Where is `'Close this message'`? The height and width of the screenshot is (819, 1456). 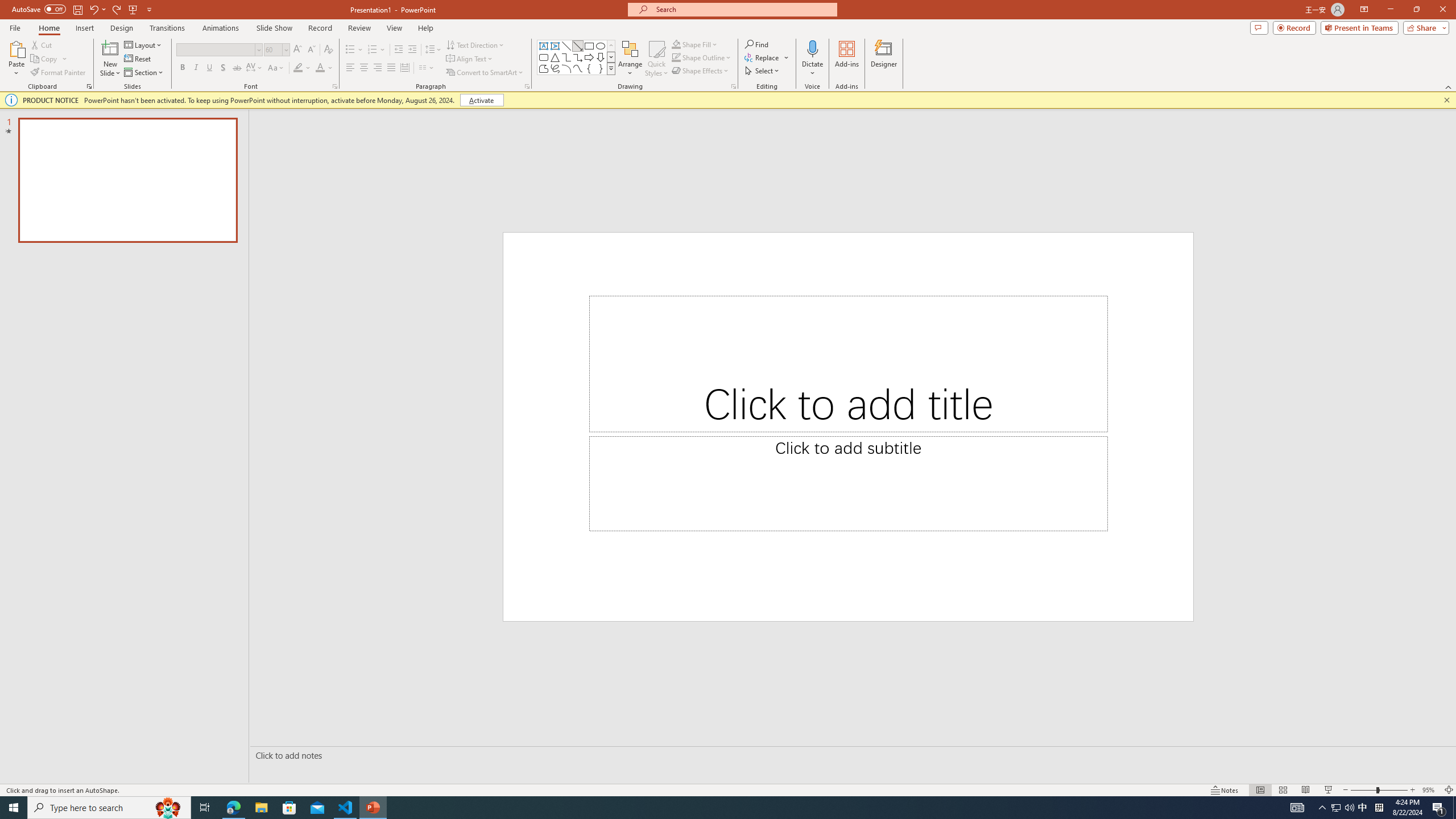 'Close this message' is located at coordinates (1446, 100).